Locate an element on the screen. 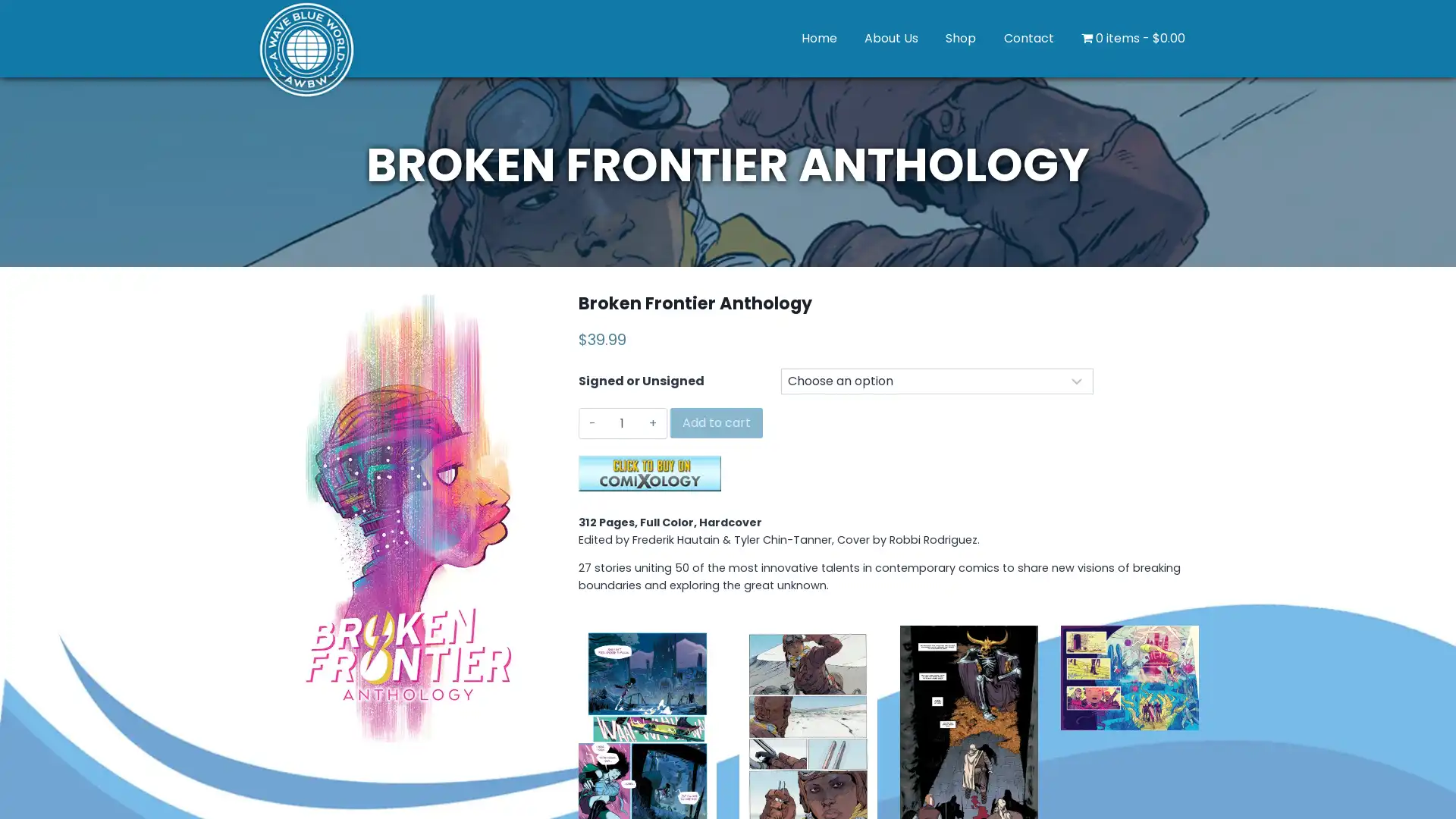 Image resolution: width=1456 pixels, height=819 pixels. Add to cart is located at coordinates (715, 423).